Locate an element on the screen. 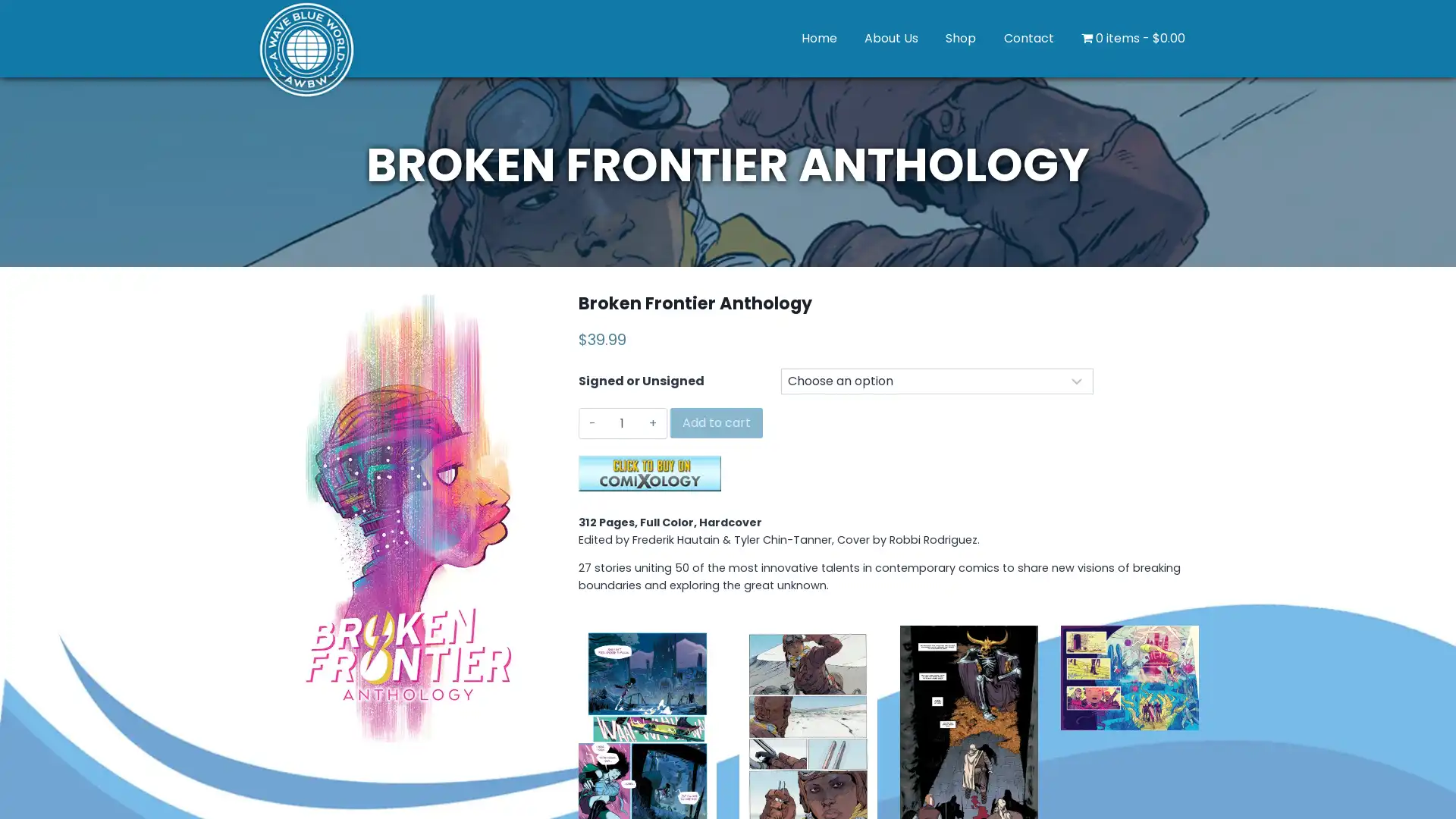 Image resolution: width=1456 pixels, height=819 pixels. Add to cart is located at coordinates (715, 423).